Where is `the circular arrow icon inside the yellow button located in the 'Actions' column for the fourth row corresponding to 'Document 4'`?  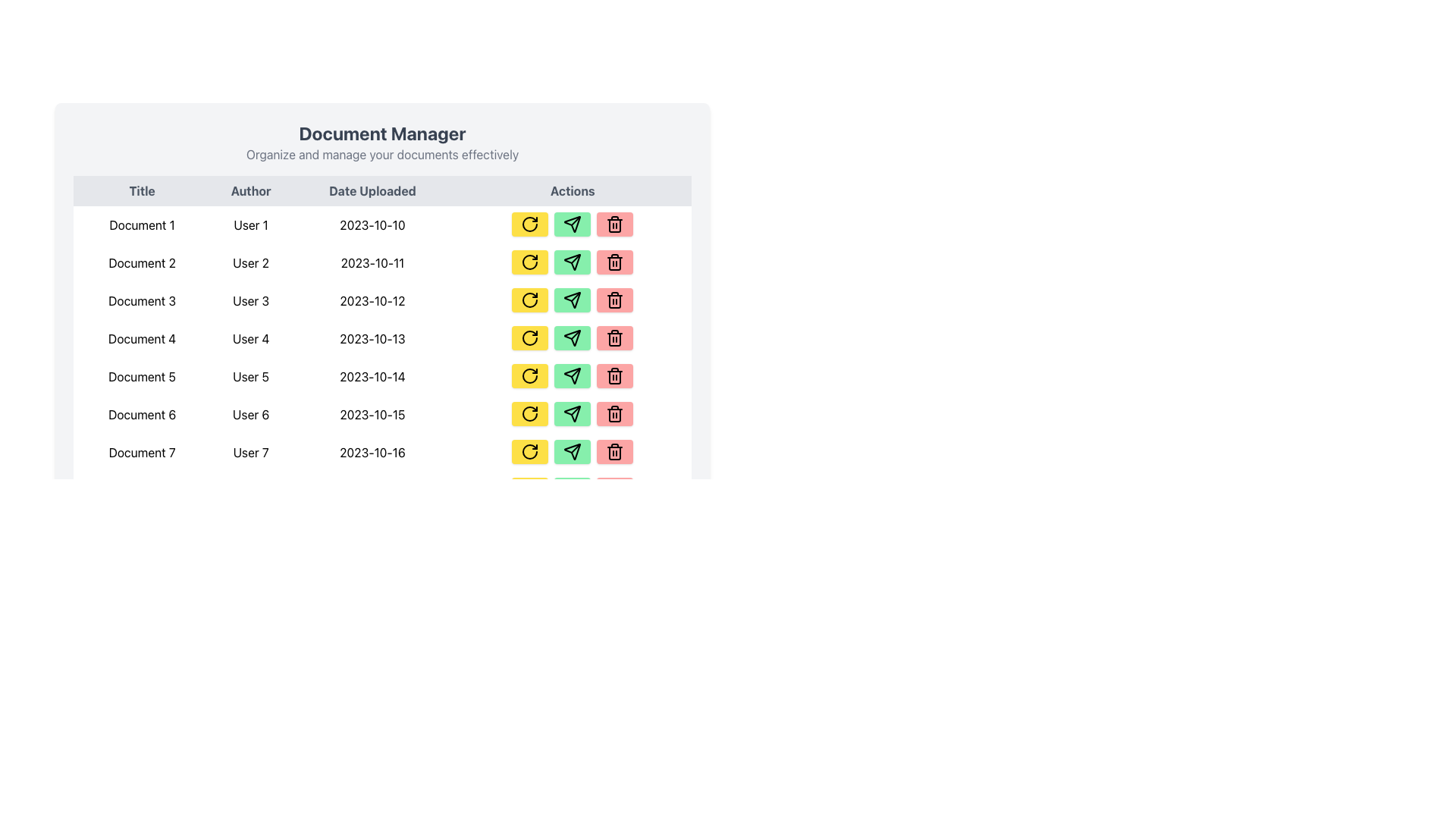 the circular arrow icon inside the yellow button located in the 'Actions' column for the fourth row corresponding to 'Document 4' is located at coordinates (530, 337).